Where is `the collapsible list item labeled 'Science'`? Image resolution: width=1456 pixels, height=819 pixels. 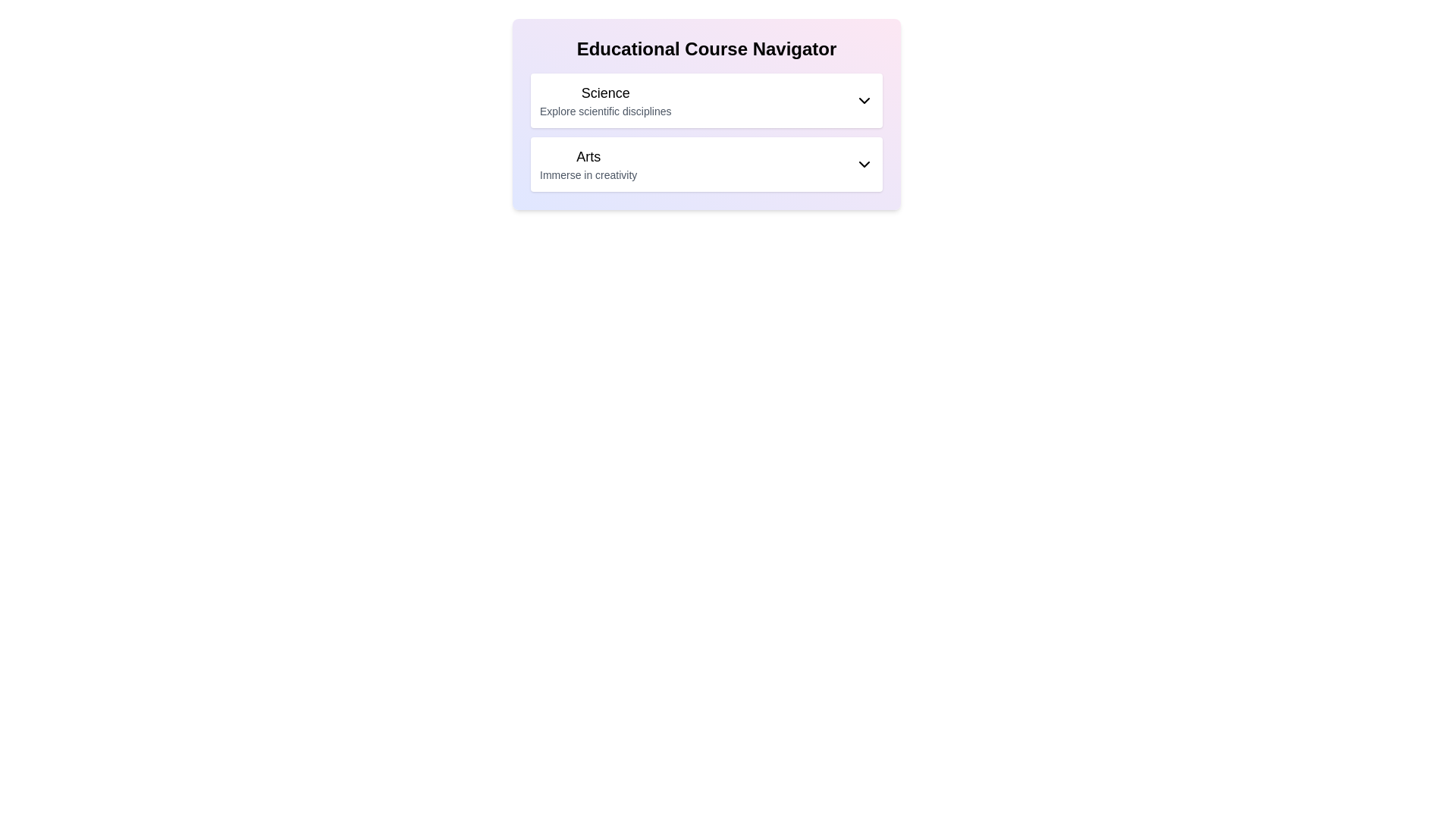 the collapsible list item labeled 'Science' is located at coordinates (705, 100).